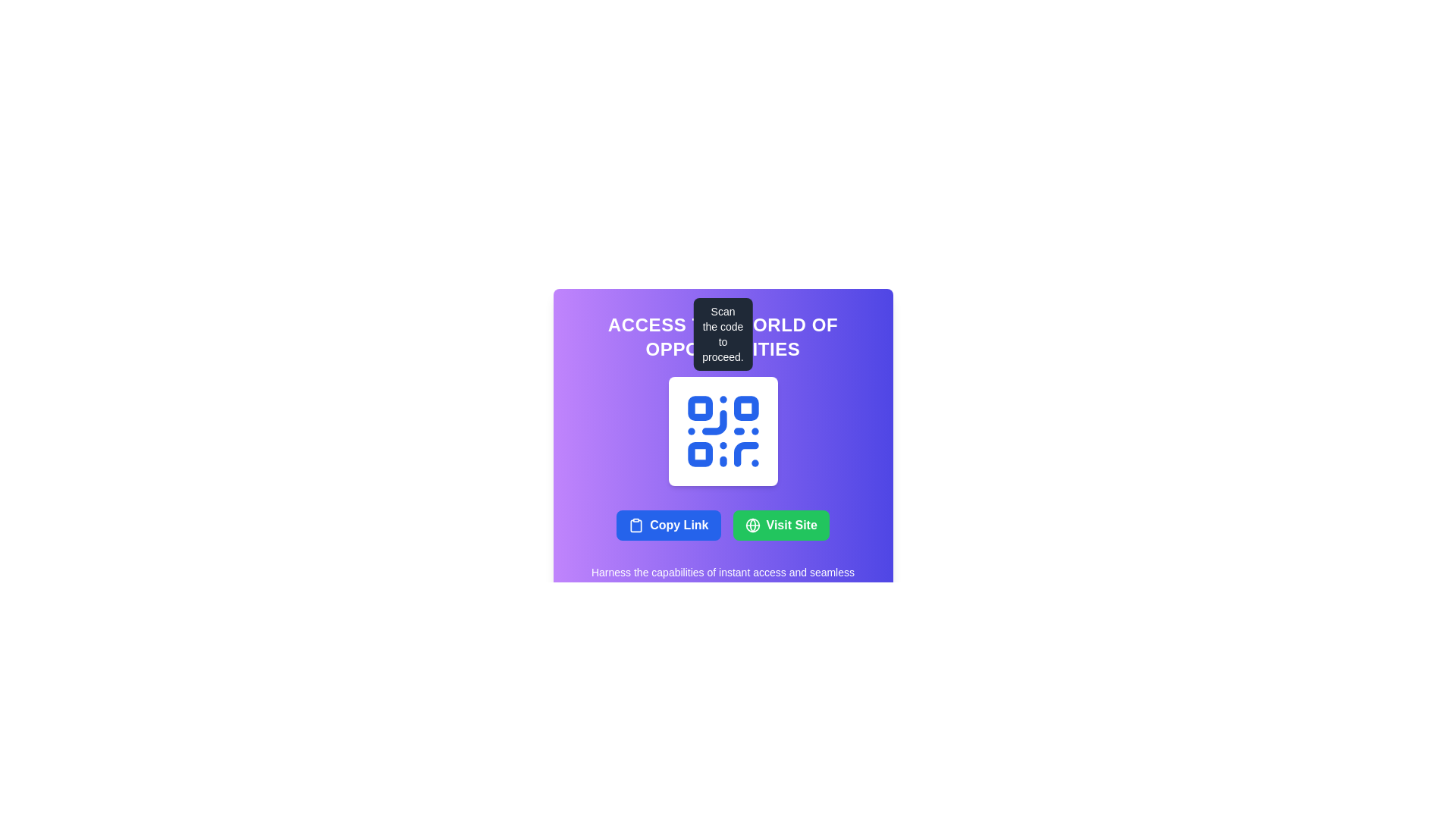  What do you see at coordinates (722, 333) in the screenshot?
I see `text of the informational tooltip located above the QR code, which provides guidance related to it` at bounding box center [722, 333].